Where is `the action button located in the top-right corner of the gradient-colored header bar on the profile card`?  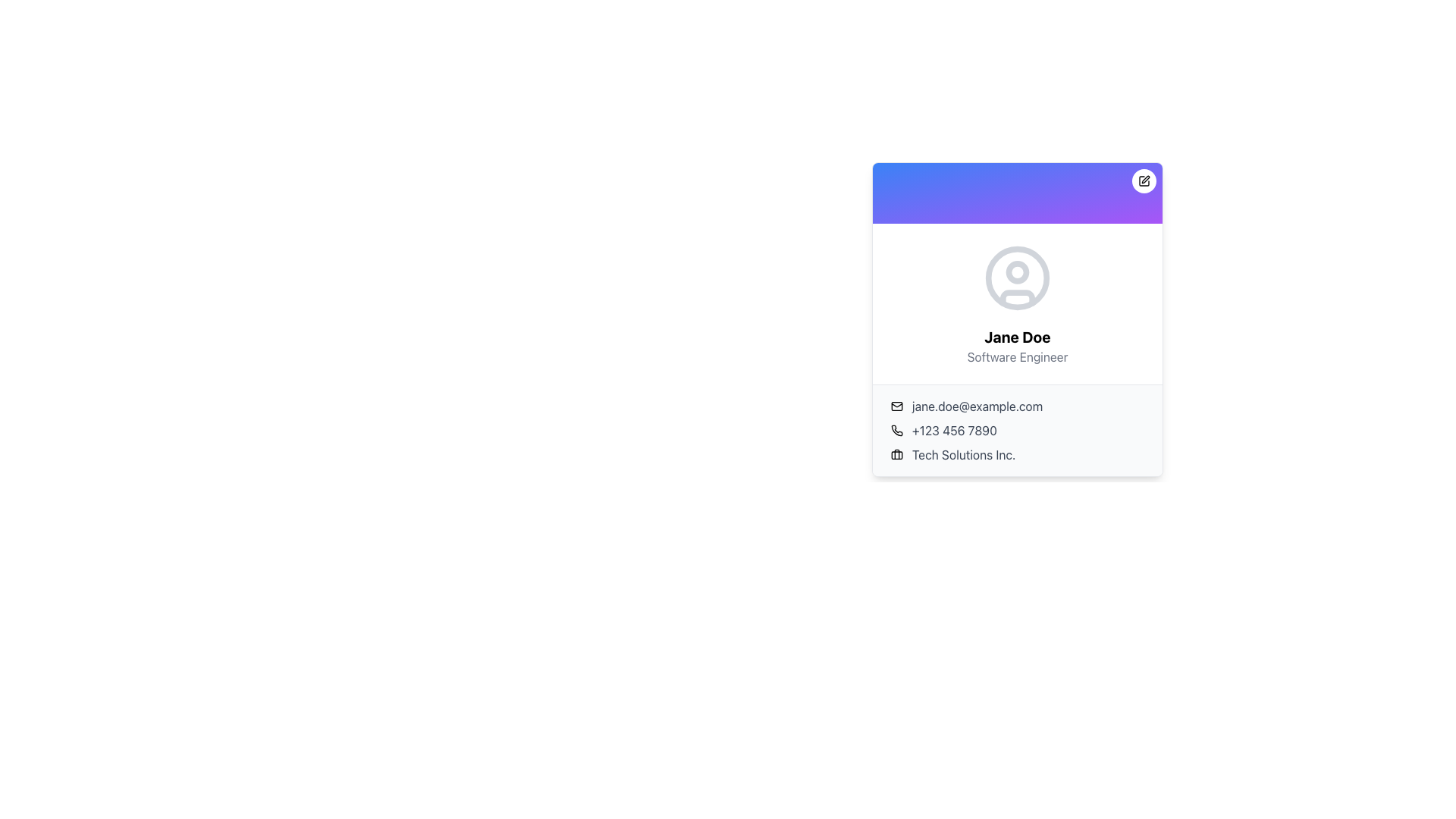 the action button located in the top-right corner of the gradient-colored header bar on the profile card is located at coordinates (1144, 180).